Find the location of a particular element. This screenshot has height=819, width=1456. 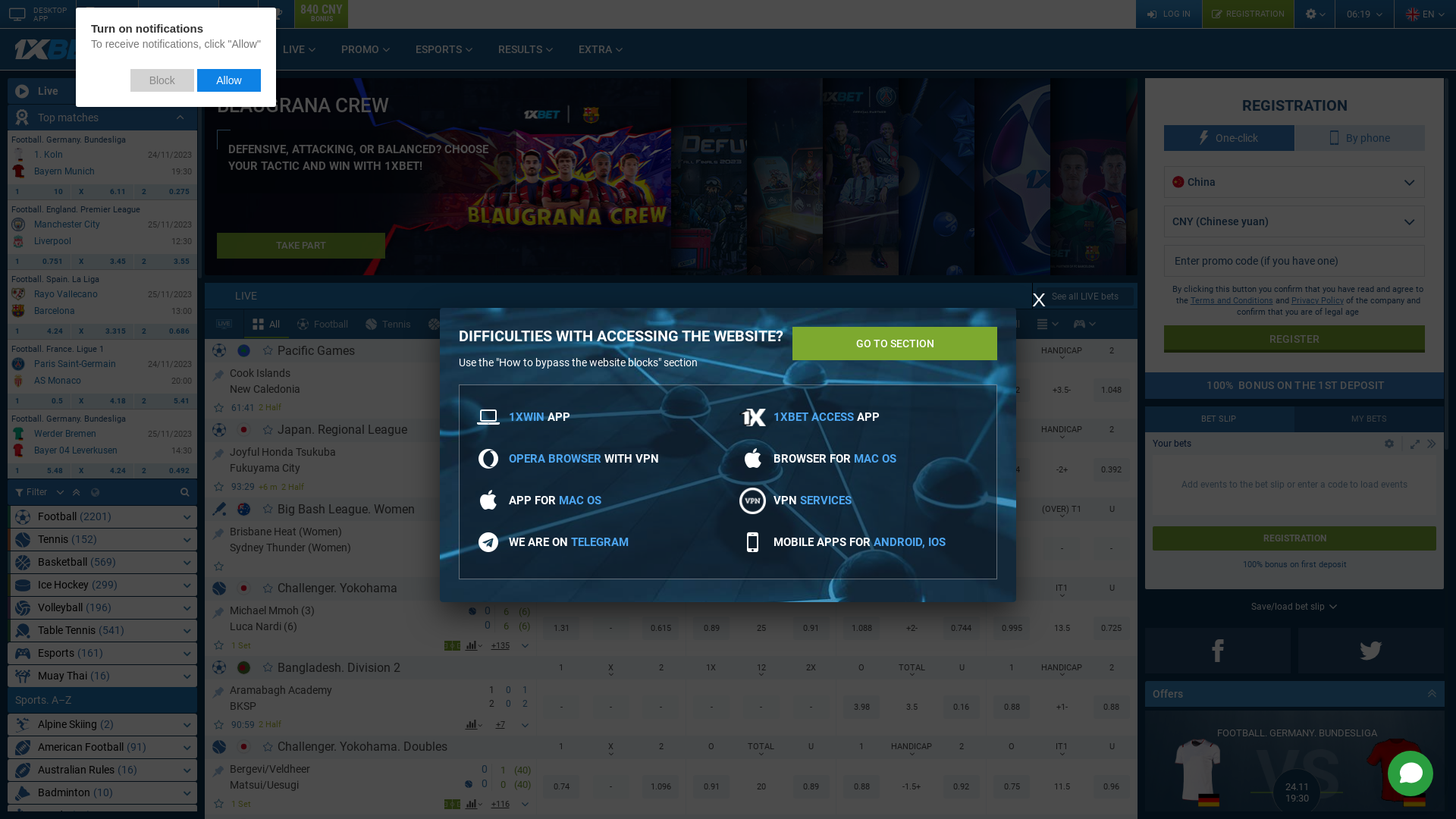

'1XWIN APP' is located at coordinates (509, 417).